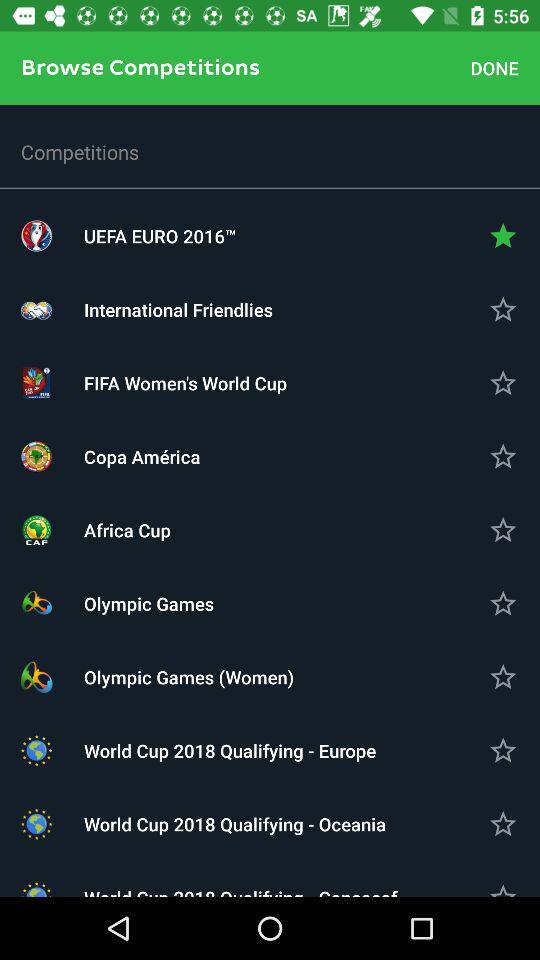  What do you see at coordinates (270, 236) in the screenshot?
I see `item below the competitions item` at bounding box center [270, 236].